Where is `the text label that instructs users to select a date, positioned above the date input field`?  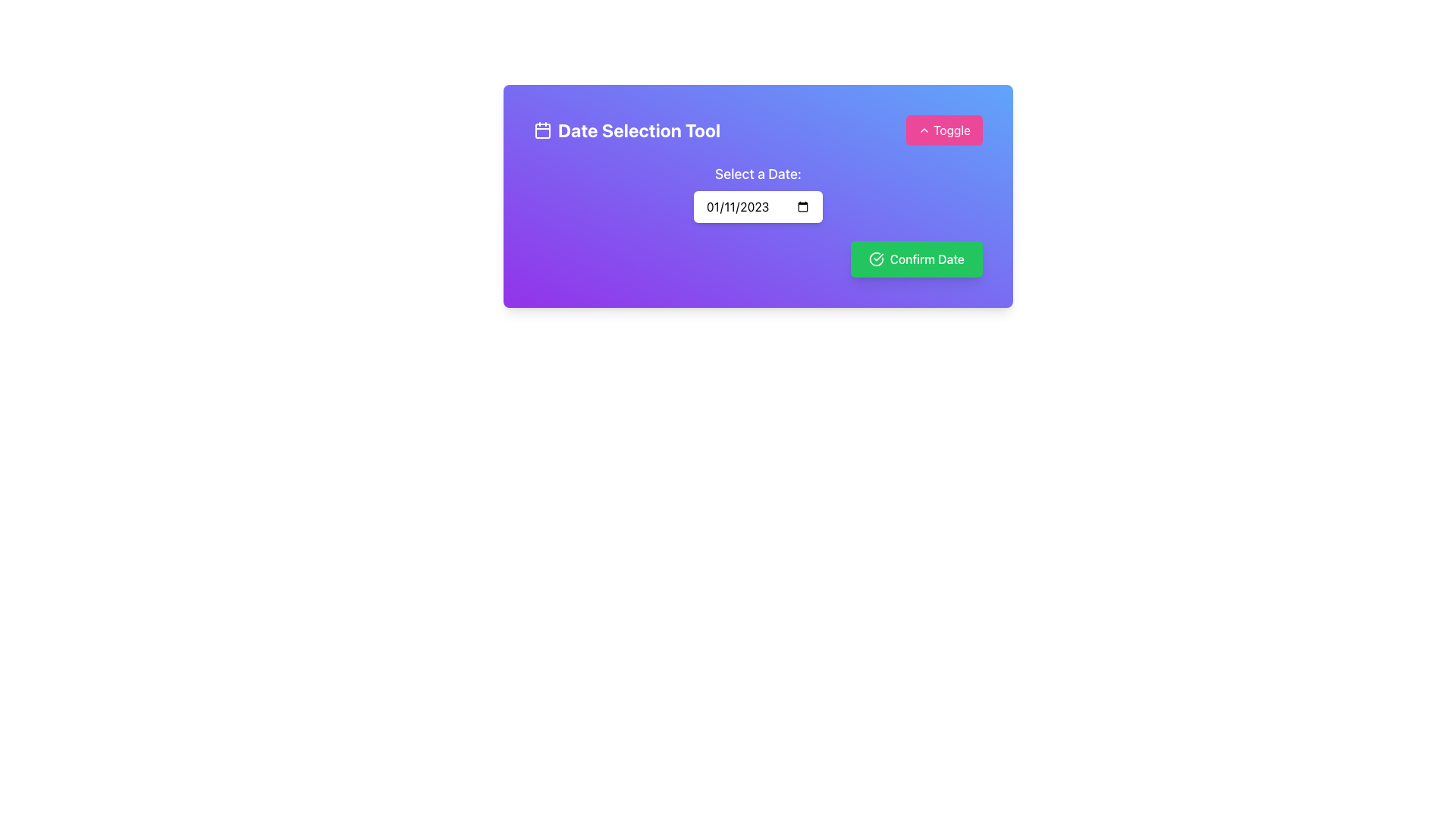 the text label that instructs users to select a date, positioned above the date input field is located at coordinates (758, 174).